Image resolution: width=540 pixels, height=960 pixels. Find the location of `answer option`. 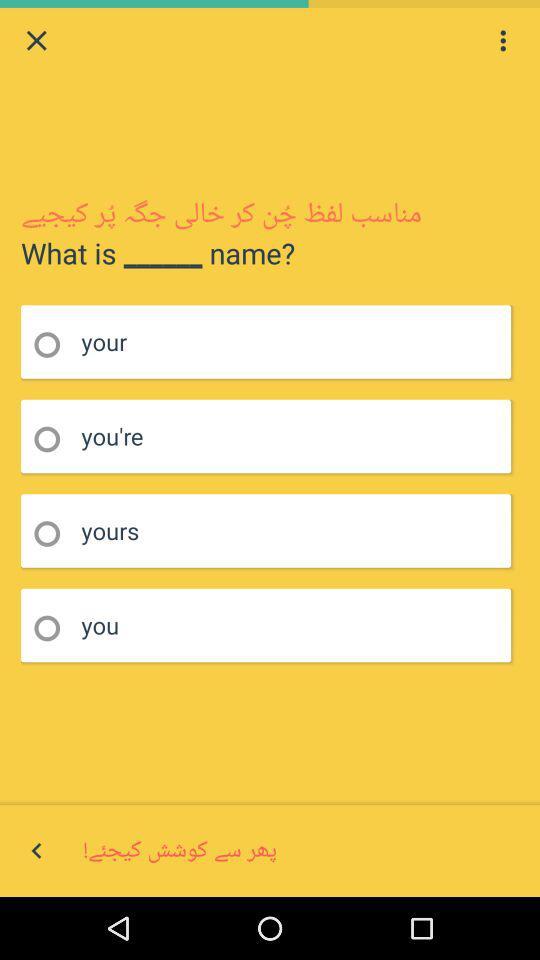

answer option is located at coordinates (53, 533).